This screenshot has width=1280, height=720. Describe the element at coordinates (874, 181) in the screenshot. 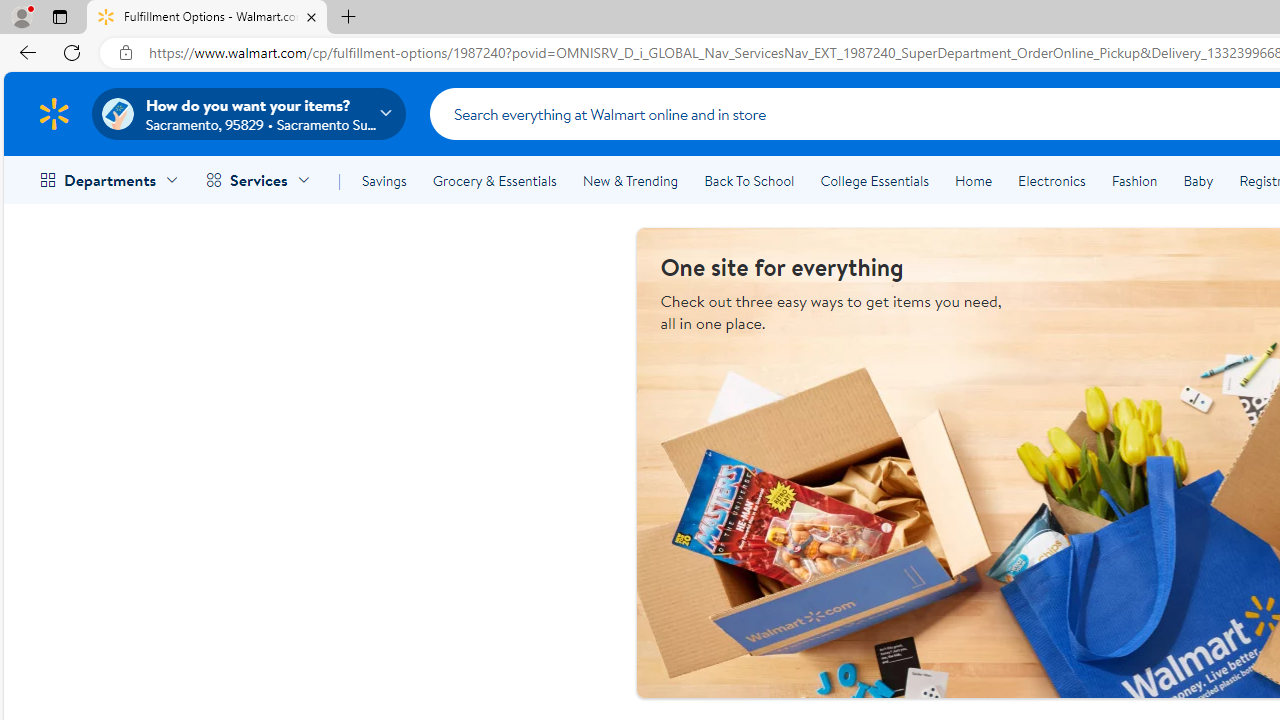

I see `'College Essentials'` at that location.